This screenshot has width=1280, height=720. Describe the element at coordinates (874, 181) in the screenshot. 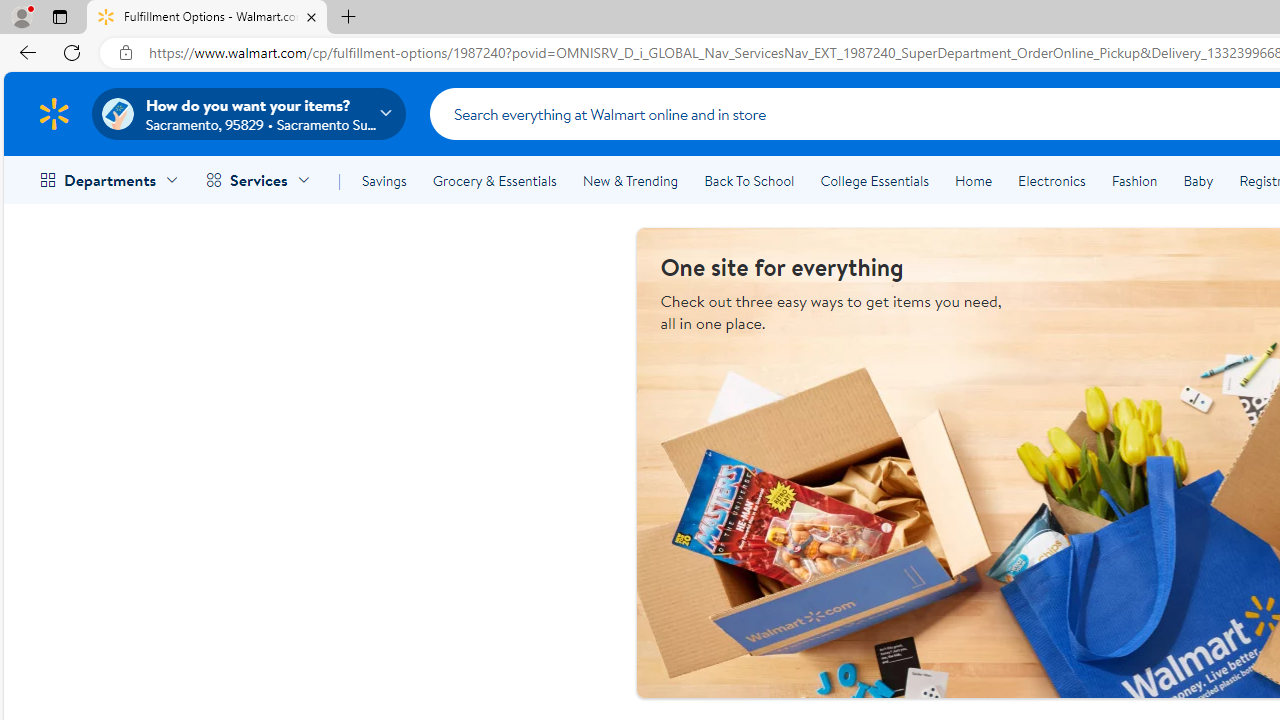

I see `'College Essentials'` at that location.